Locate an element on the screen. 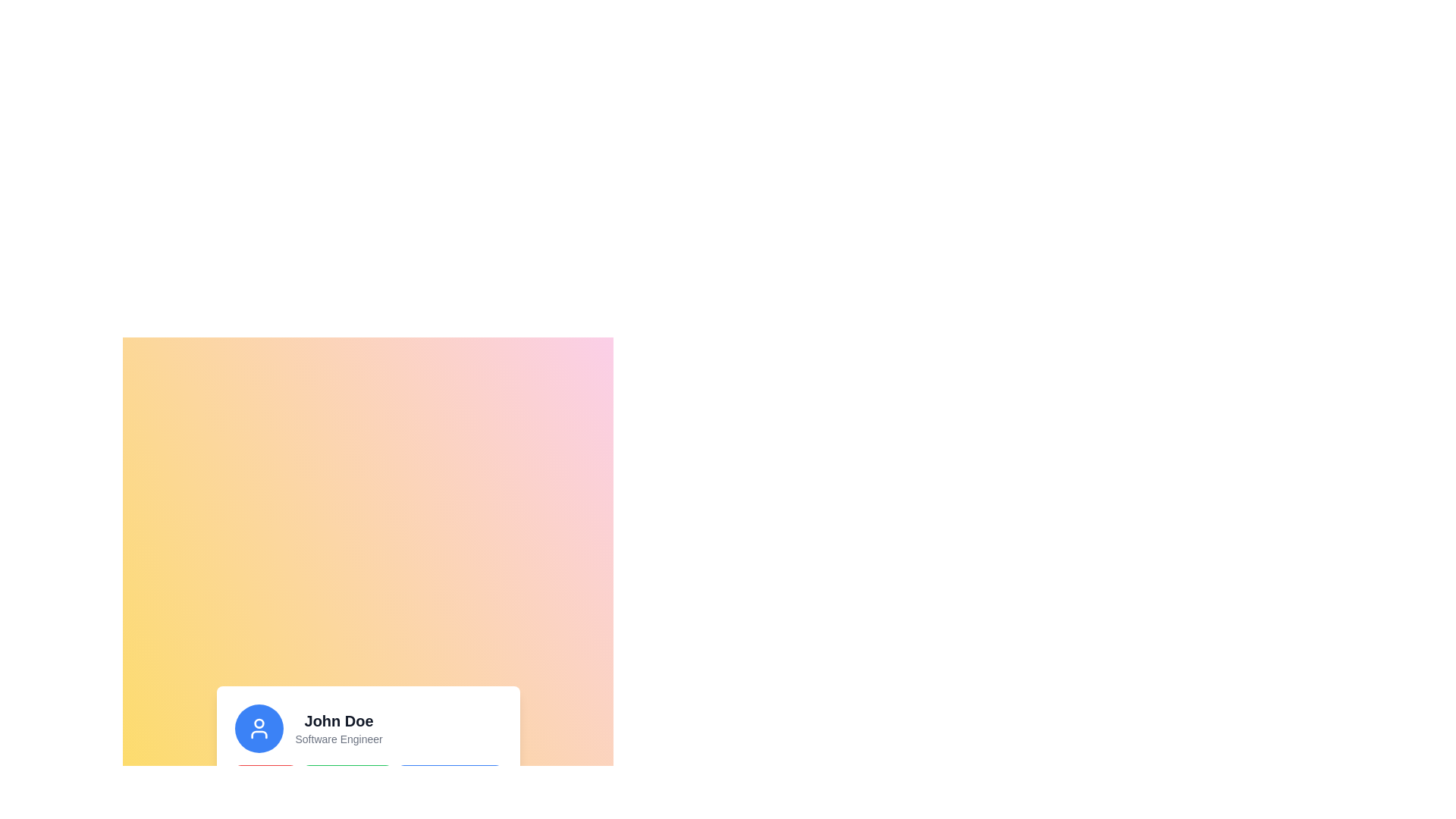 Image resolution: width=1456 pixels, height=819 pixels. the text label displaying 'Software Engineer', which is styled in grayish color and positioned beneath 'John Doe' in the profile card is located at coordinates (338, 739).